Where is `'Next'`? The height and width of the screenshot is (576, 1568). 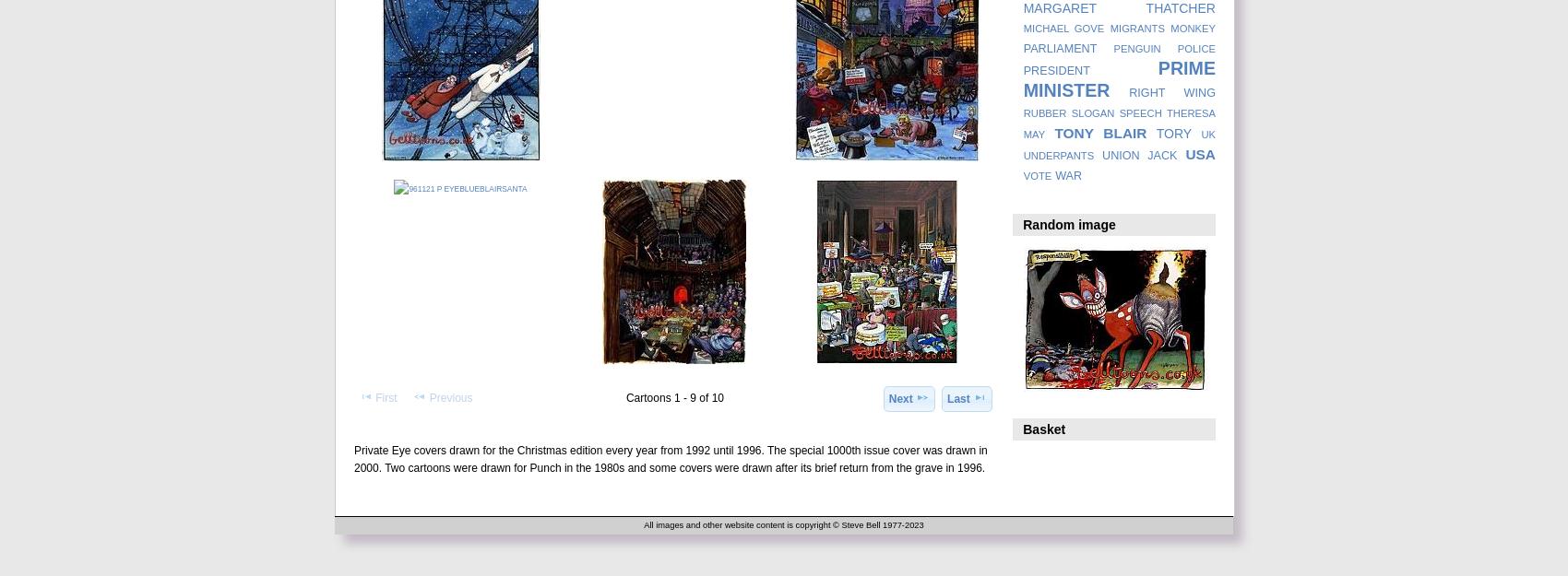
'Next' is located at coordinates (898, 397).